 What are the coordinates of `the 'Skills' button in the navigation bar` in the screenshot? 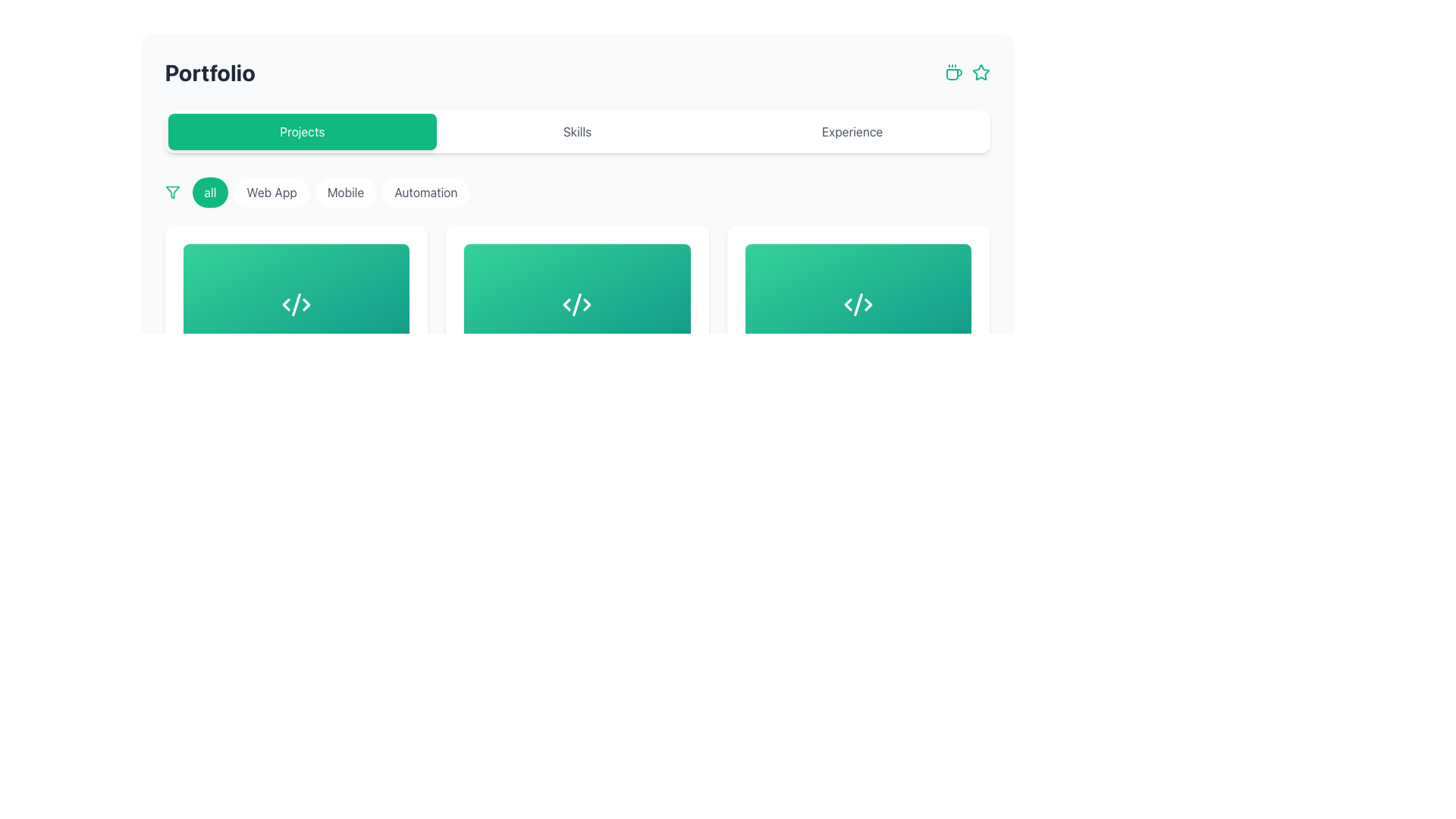 It's located at (576, 130).